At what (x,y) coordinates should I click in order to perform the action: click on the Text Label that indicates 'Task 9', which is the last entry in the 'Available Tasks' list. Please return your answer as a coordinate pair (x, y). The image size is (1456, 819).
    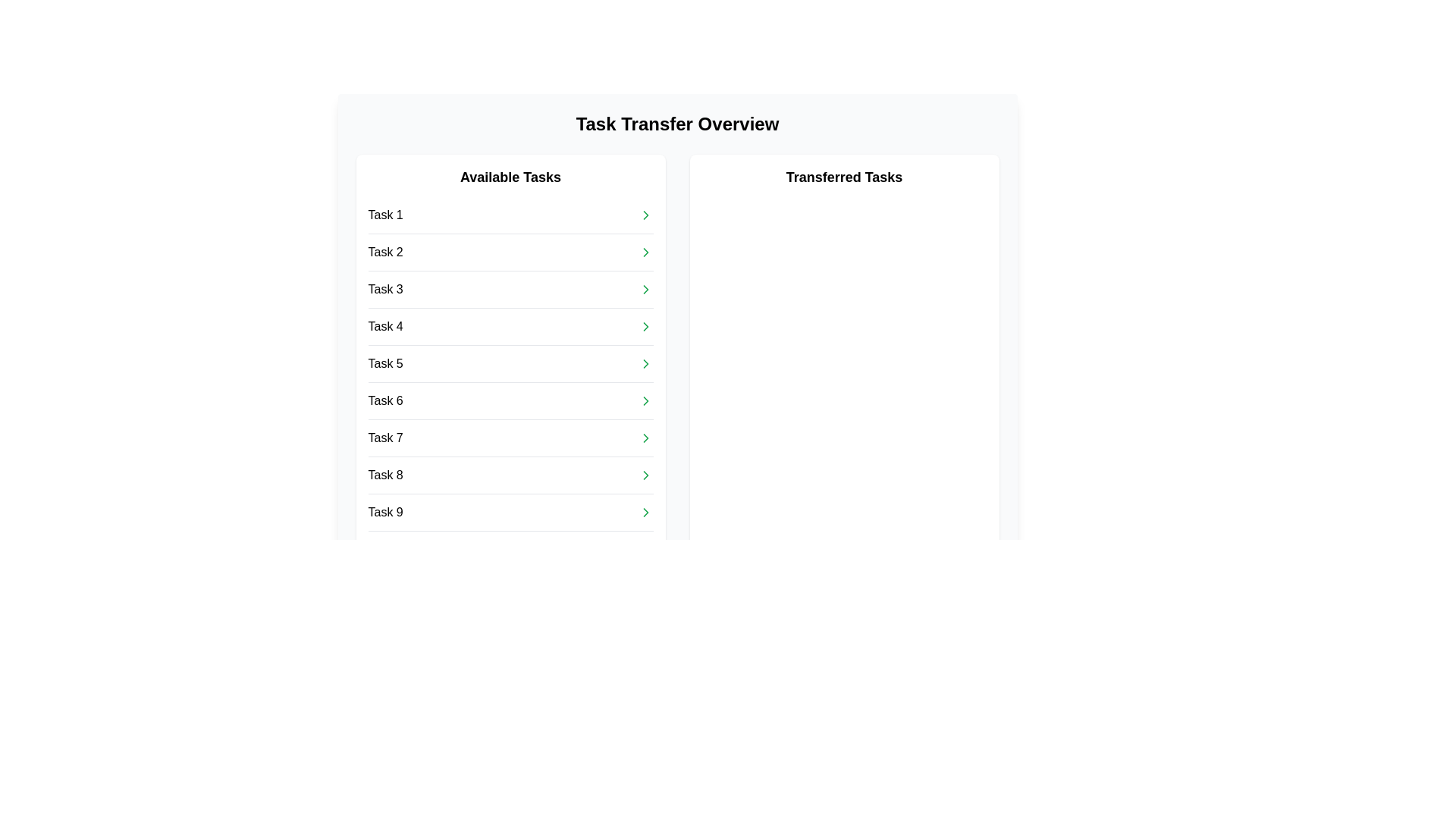
    Looking at the image, I should click on (385, 512).